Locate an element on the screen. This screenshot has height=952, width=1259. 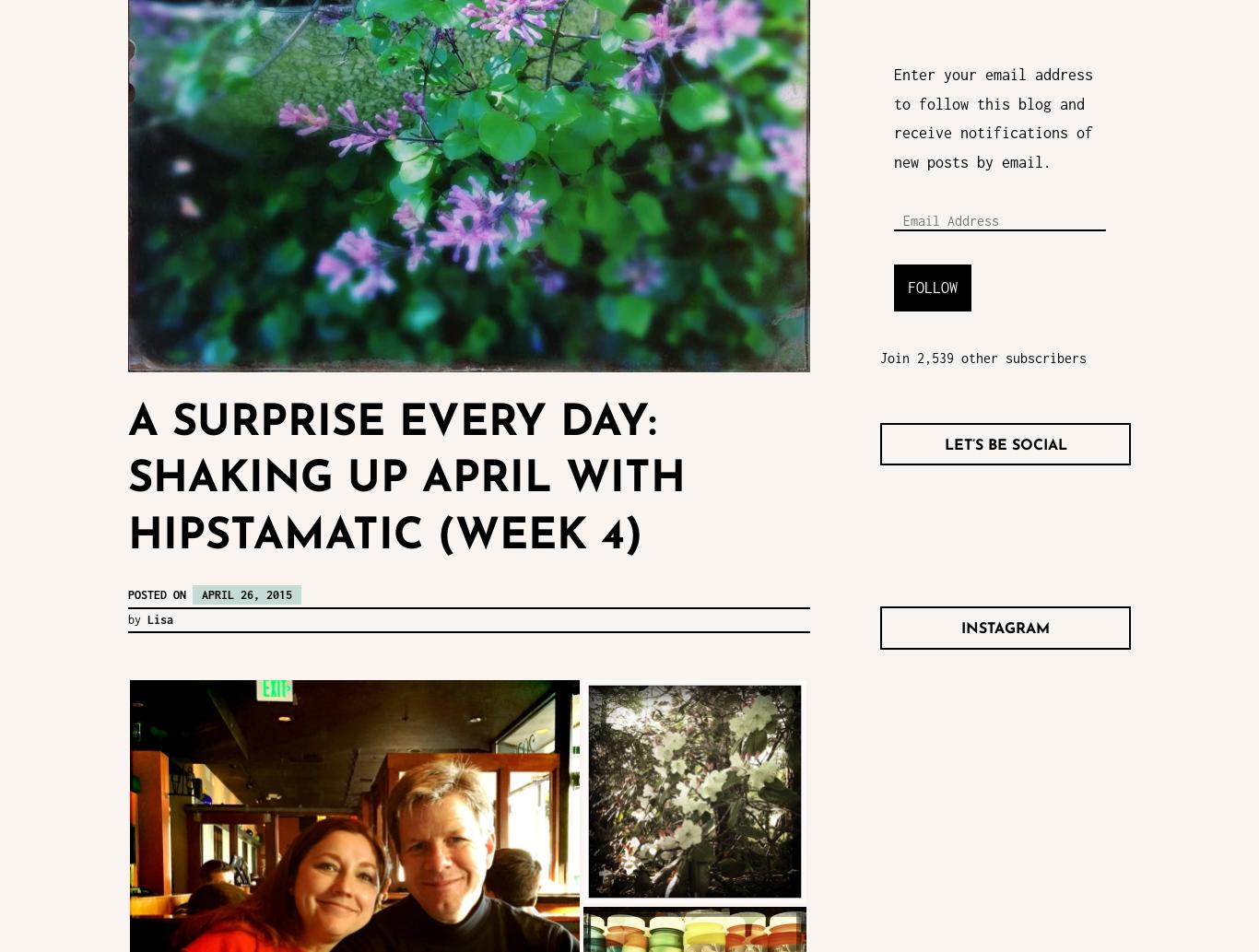
'Join 2,539 other subscribers' is located at coordinates (982, 357).